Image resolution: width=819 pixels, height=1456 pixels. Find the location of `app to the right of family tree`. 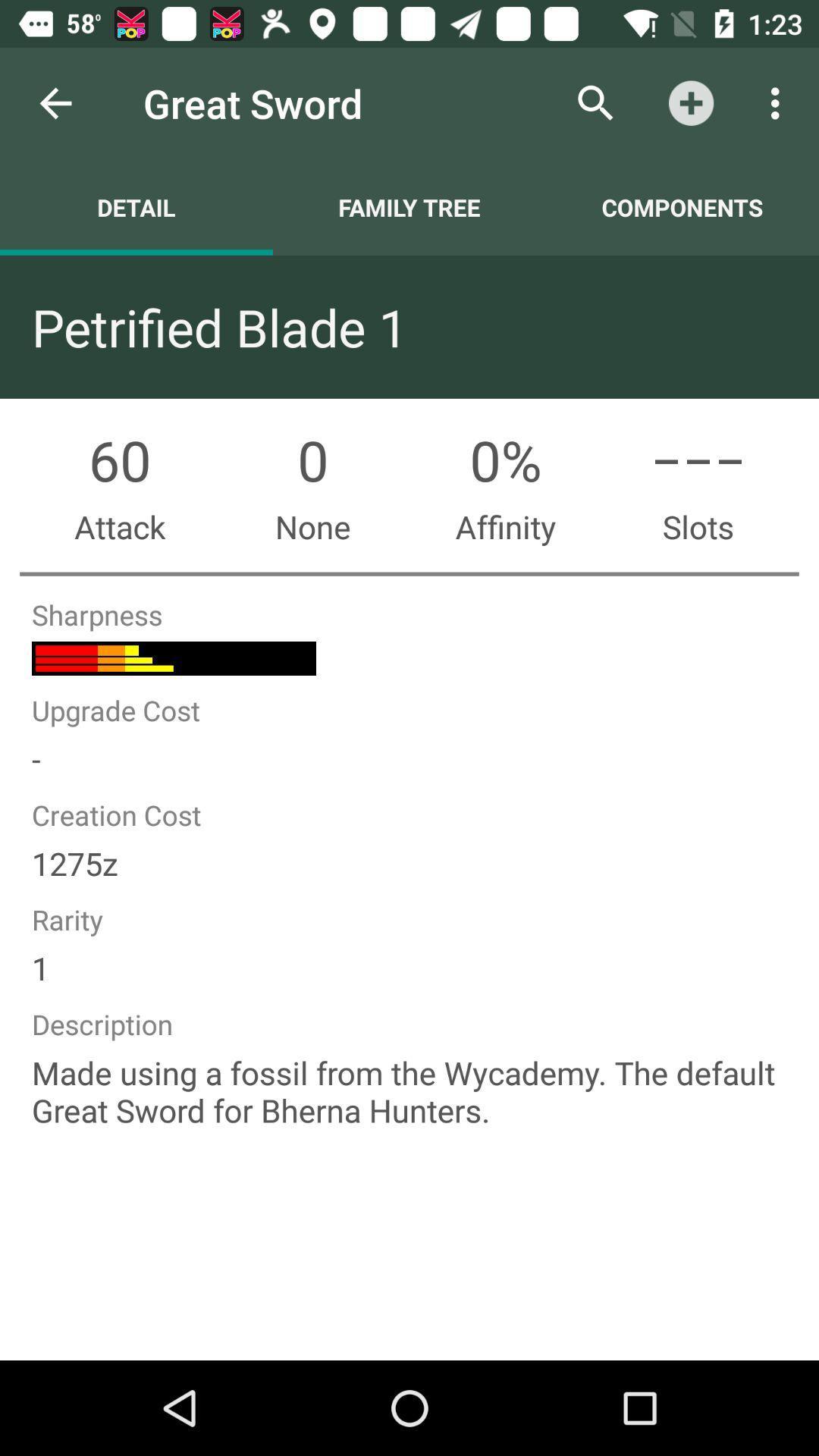

app to the right of family tree is located at coordinates (681, 206).